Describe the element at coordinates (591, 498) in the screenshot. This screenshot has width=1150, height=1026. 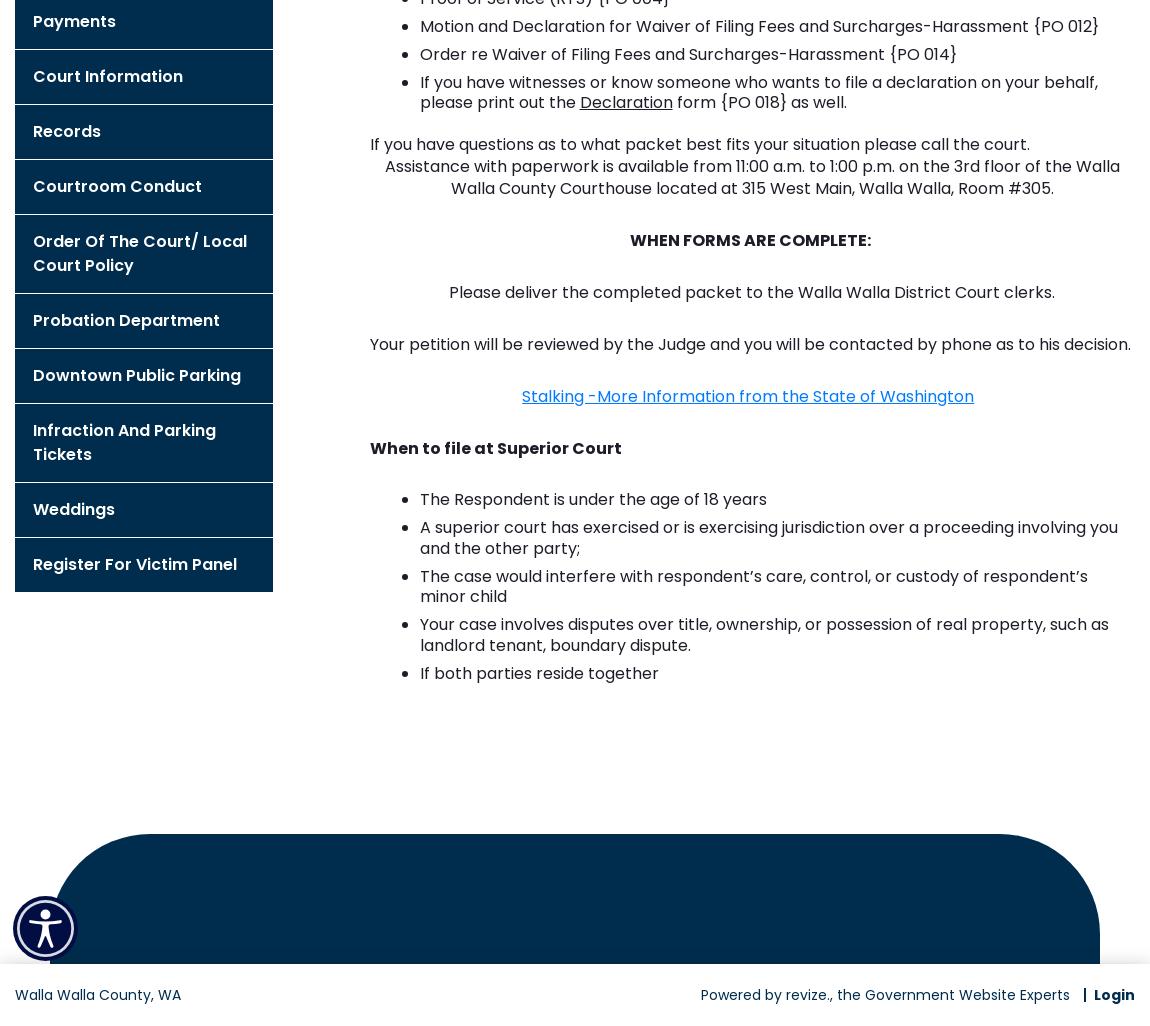
I see `'The Respondent is under the age of 18 years'` at that location.